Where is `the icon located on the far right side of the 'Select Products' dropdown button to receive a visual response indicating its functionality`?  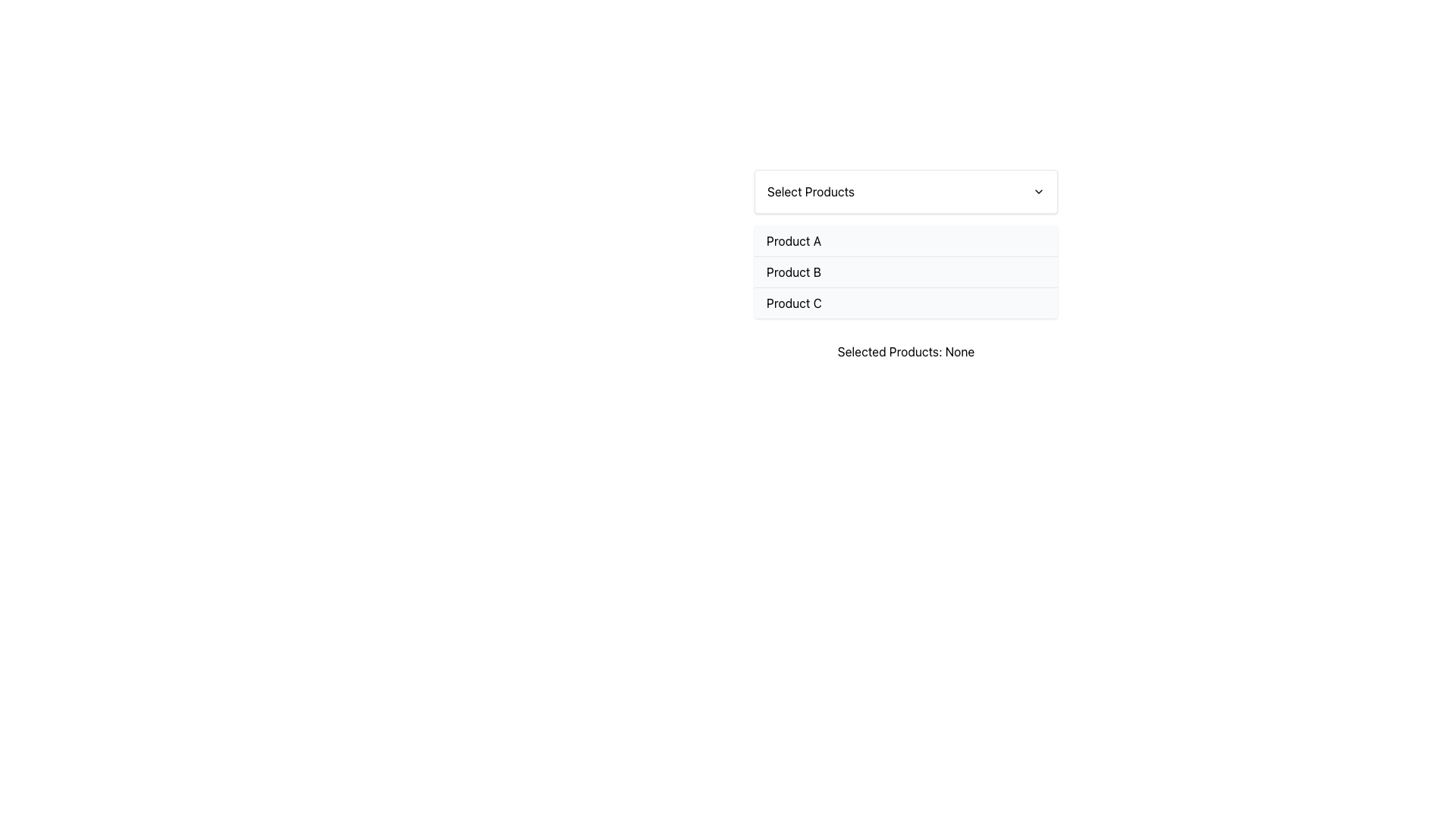 the icon located on the far right side of the 'Select Products' dropdown button to receive a visual response indicating its functionality is located at coordinates (1037, 191).